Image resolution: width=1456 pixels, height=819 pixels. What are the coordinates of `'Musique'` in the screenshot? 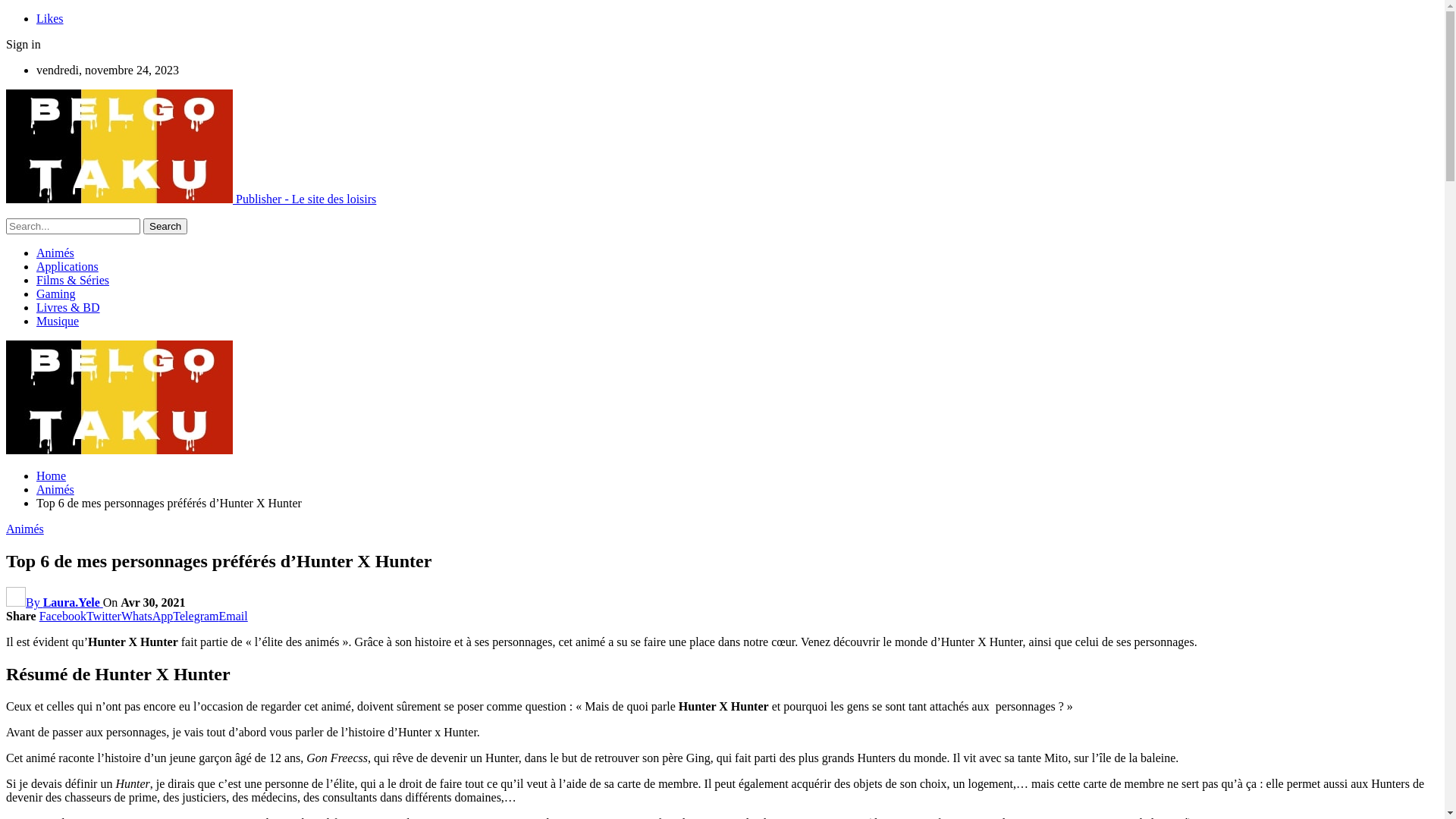 It's located at (36, 320).